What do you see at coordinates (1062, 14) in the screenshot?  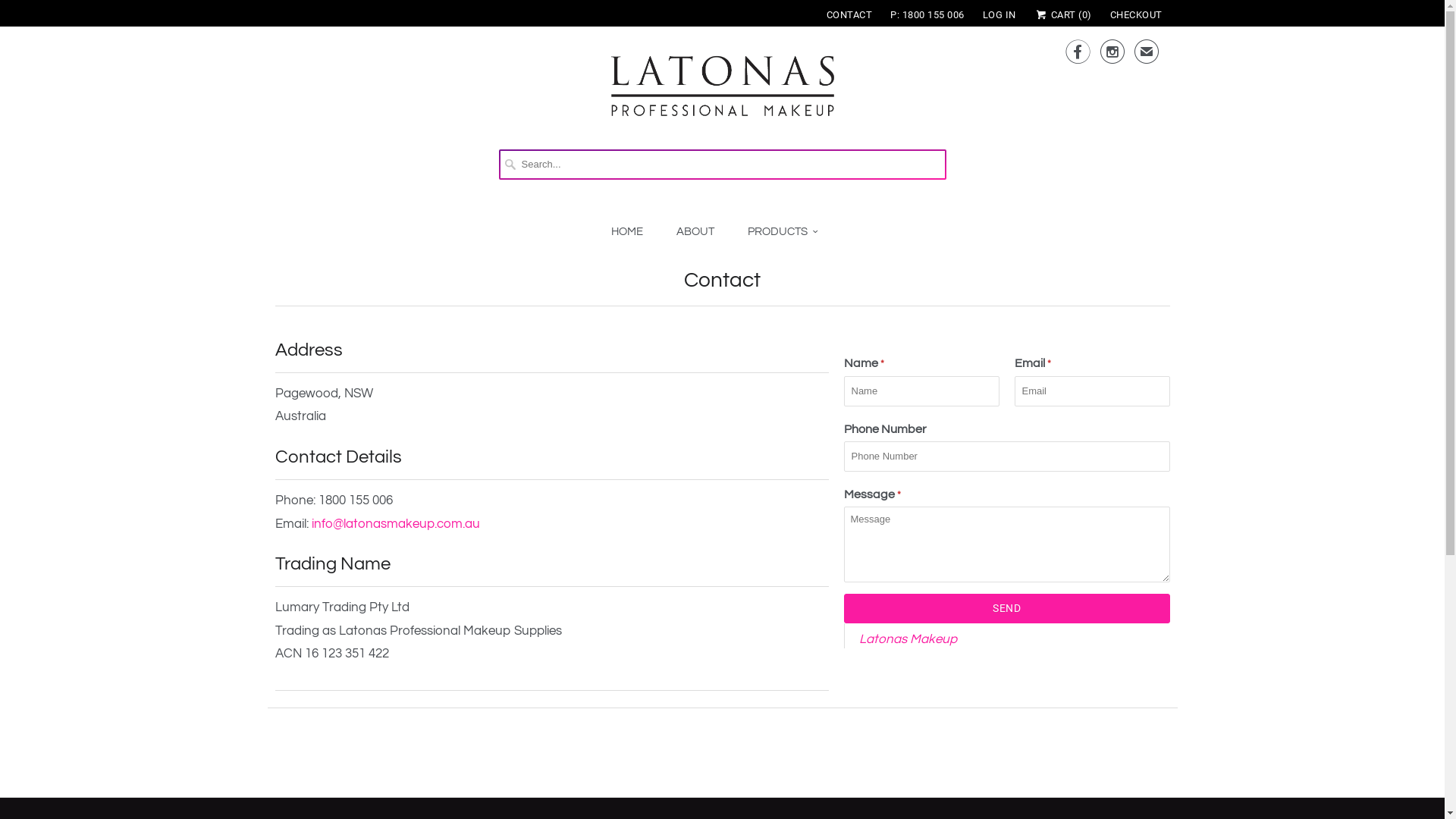 I see `'CART (0)'` at bounding box center [1062, 14].